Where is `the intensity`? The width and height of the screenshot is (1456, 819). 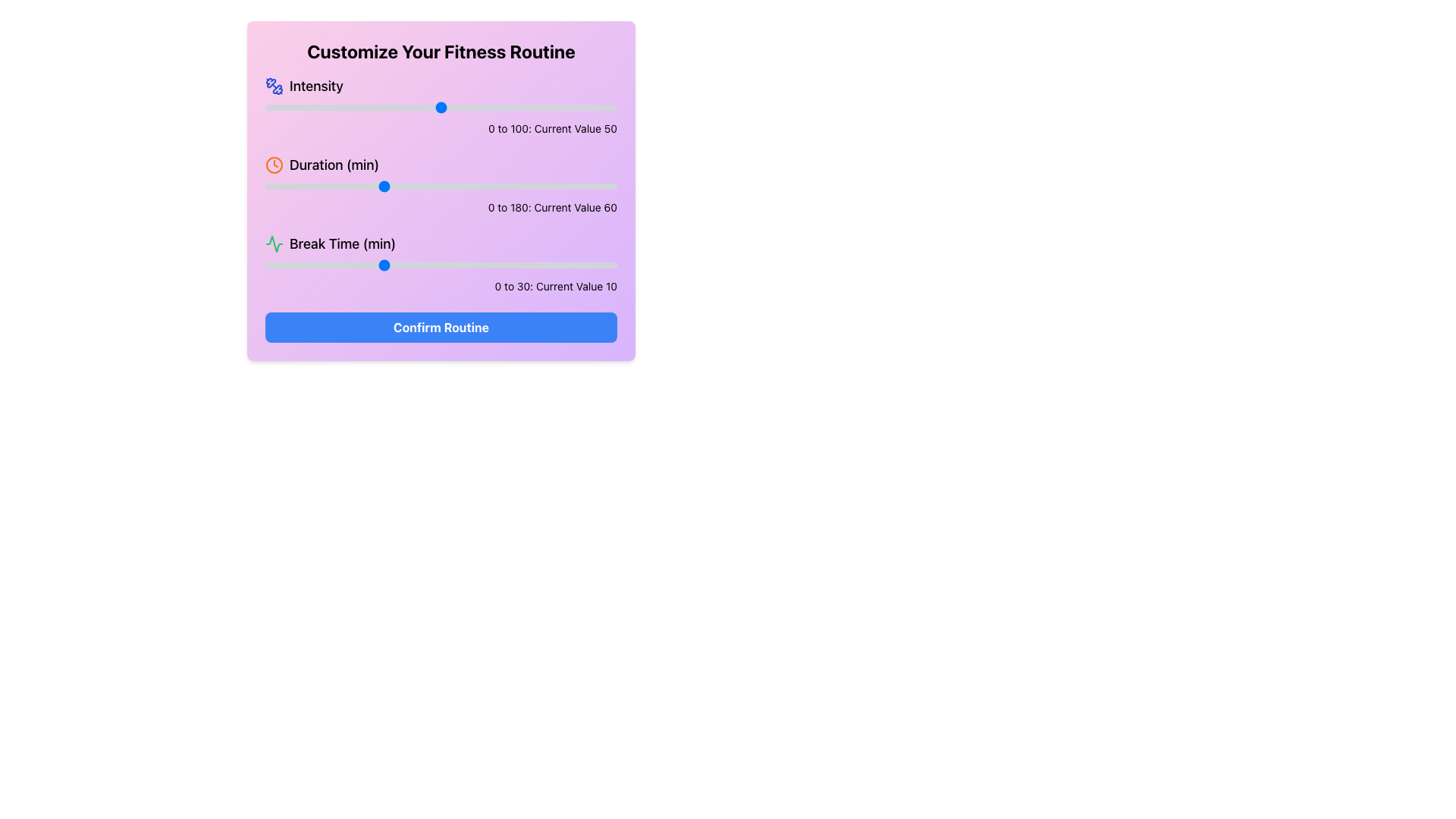
the intensity is located at coordinates (426, 107).